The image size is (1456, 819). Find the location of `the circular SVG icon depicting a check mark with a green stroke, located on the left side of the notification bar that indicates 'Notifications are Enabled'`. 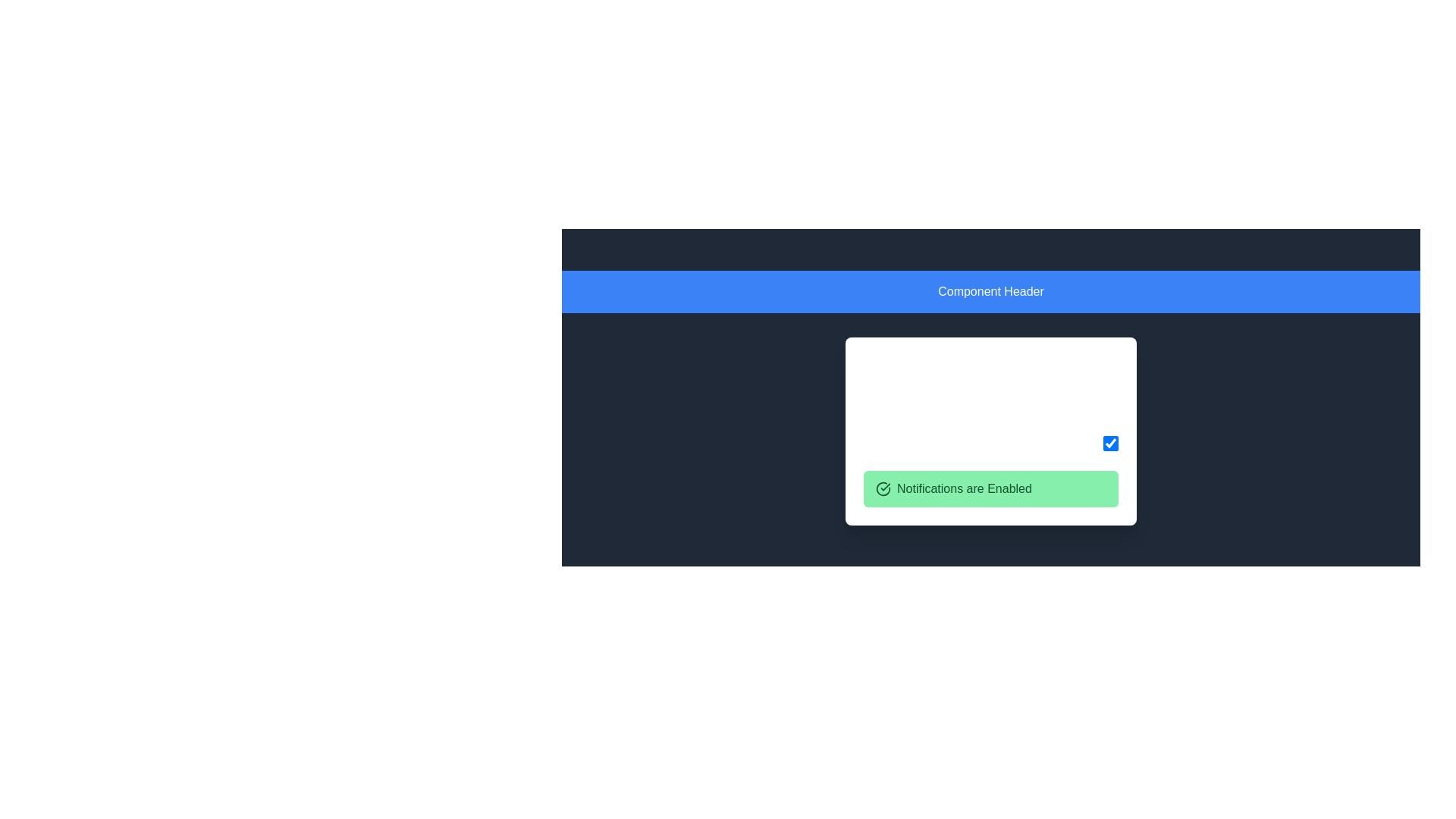

the circular SVG icon depicting a check mark with a green stroke, located on the left side of the notification bar that indicates 'Notifications are Enabled' is located at coordinates (883, 488).